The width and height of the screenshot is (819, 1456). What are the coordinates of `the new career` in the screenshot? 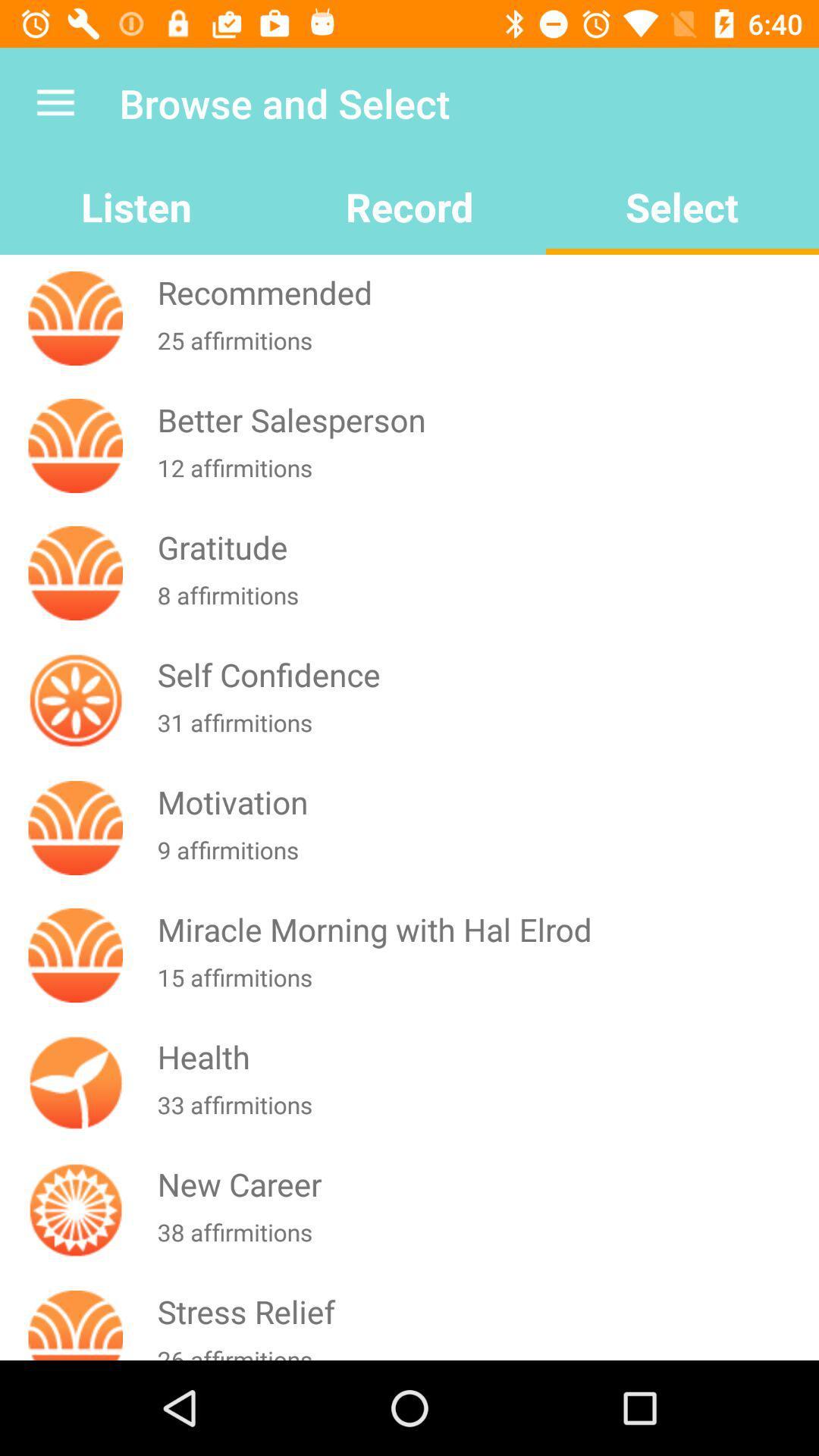 It's located at (485, 1183).